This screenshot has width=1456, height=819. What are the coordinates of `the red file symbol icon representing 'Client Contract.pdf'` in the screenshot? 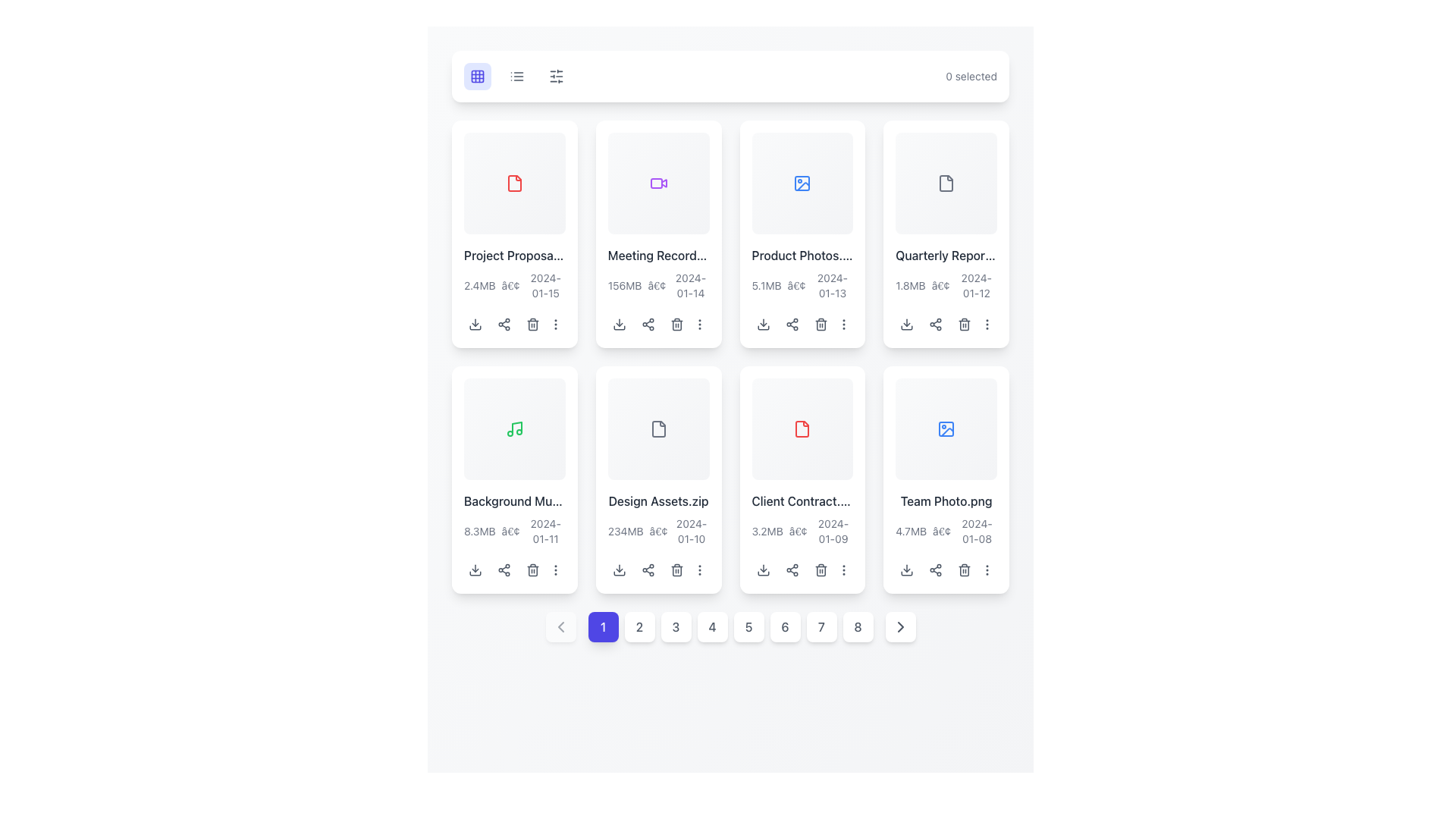 It's located at (802, 428).